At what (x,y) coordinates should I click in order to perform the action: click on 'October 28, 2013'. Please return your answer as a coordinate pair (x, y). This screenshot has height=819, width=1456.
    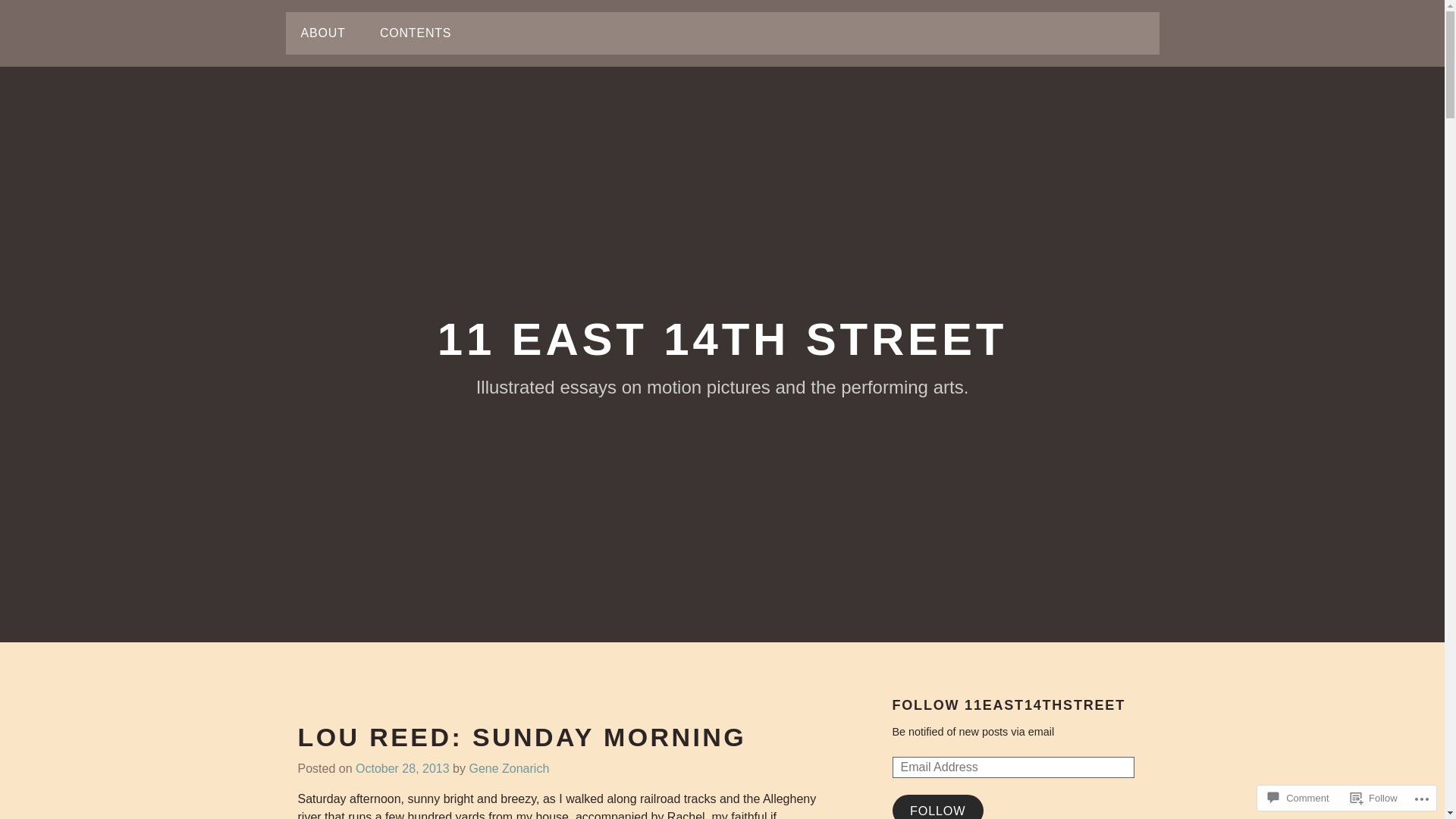
    Looking at the image, I should click on (355, 769).